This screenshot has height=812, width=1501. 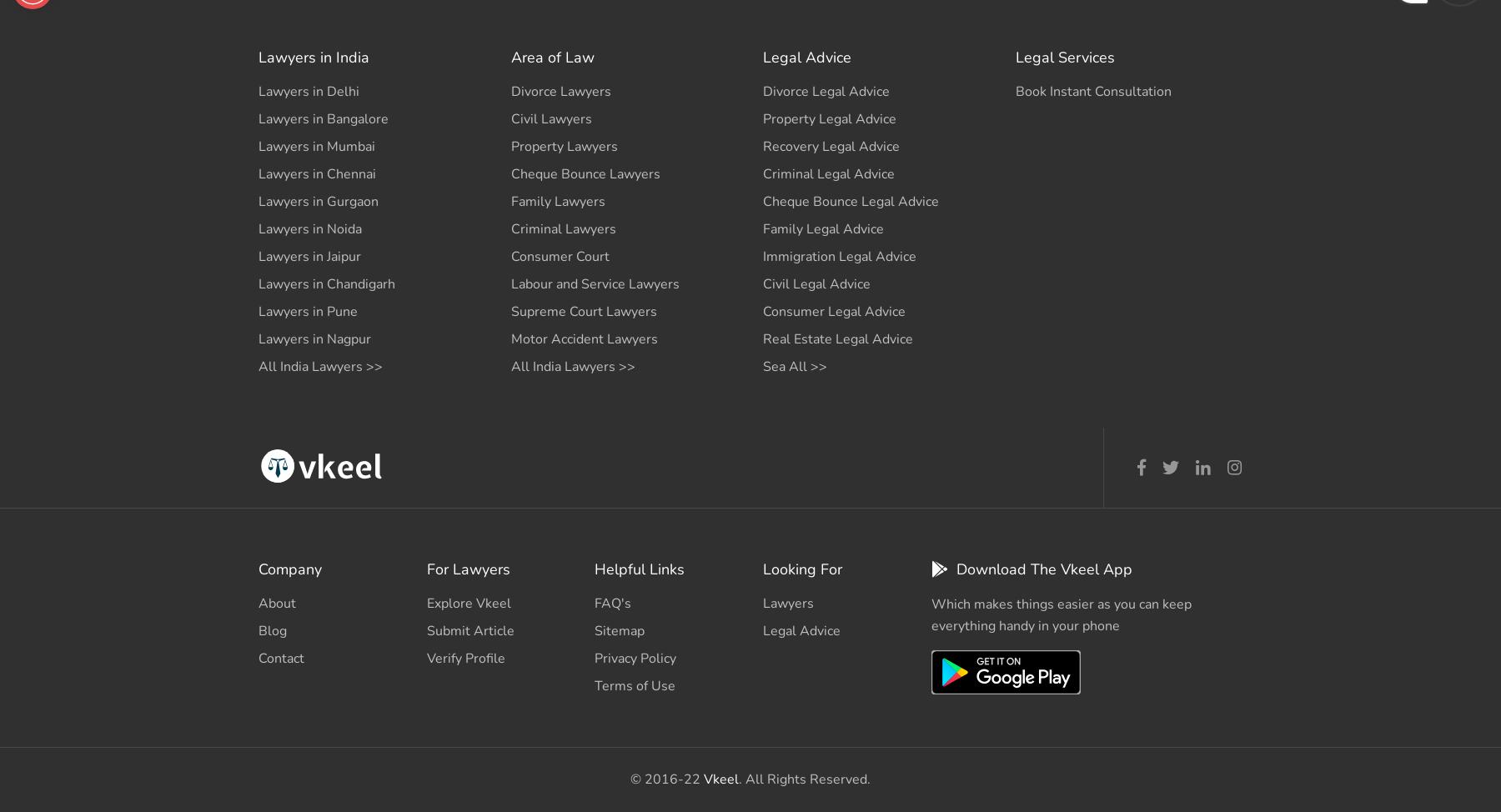 I want to click on 'Looking For', so click(x=801, y=569).